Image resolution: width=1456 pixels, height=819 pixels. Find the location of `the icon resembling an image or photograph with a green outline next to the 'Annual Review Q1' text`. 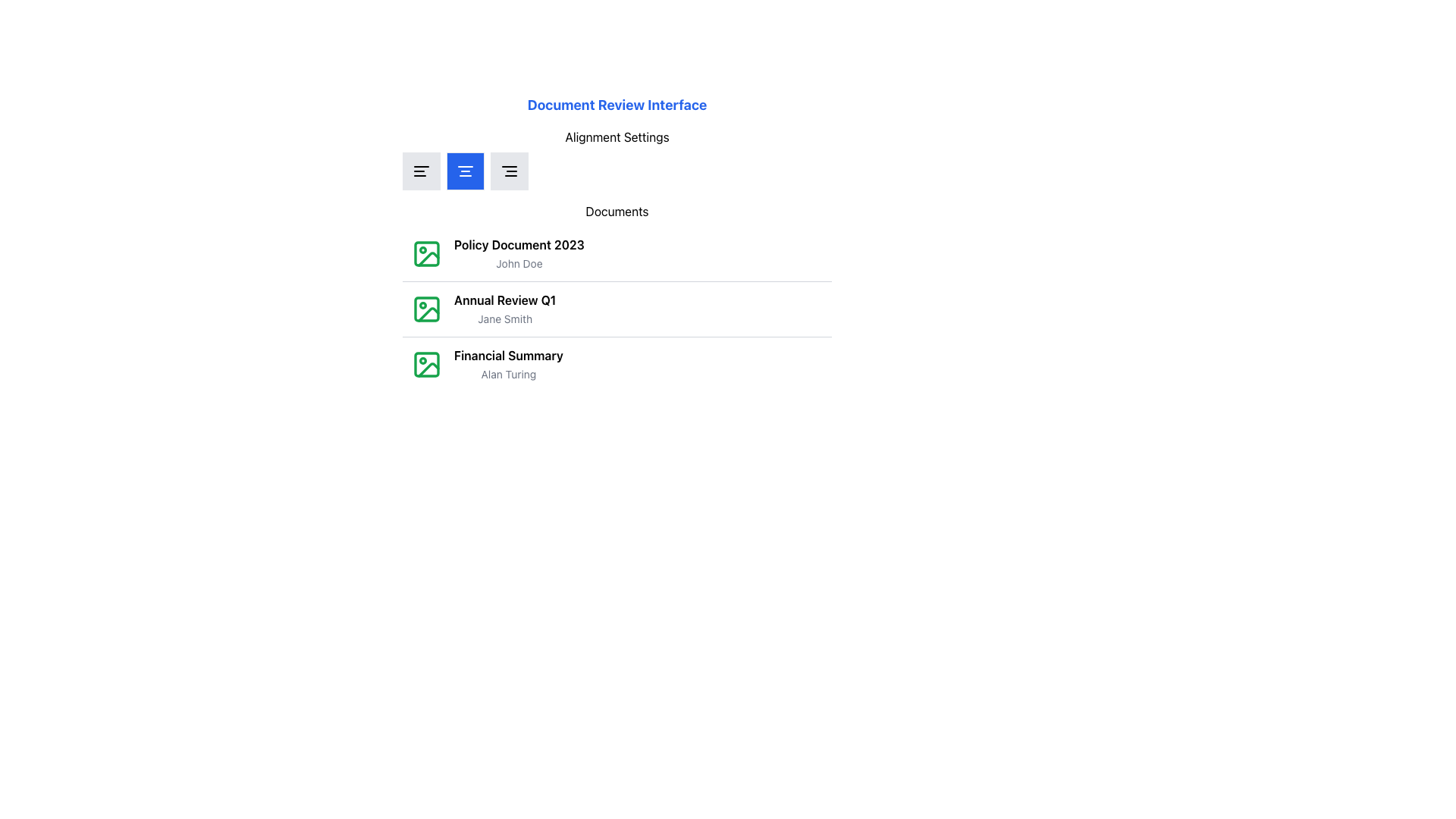

the icon resembling an image or photograph with a green outline next to the 'Annual Review Q1' text is located at coordinates (425, 309).